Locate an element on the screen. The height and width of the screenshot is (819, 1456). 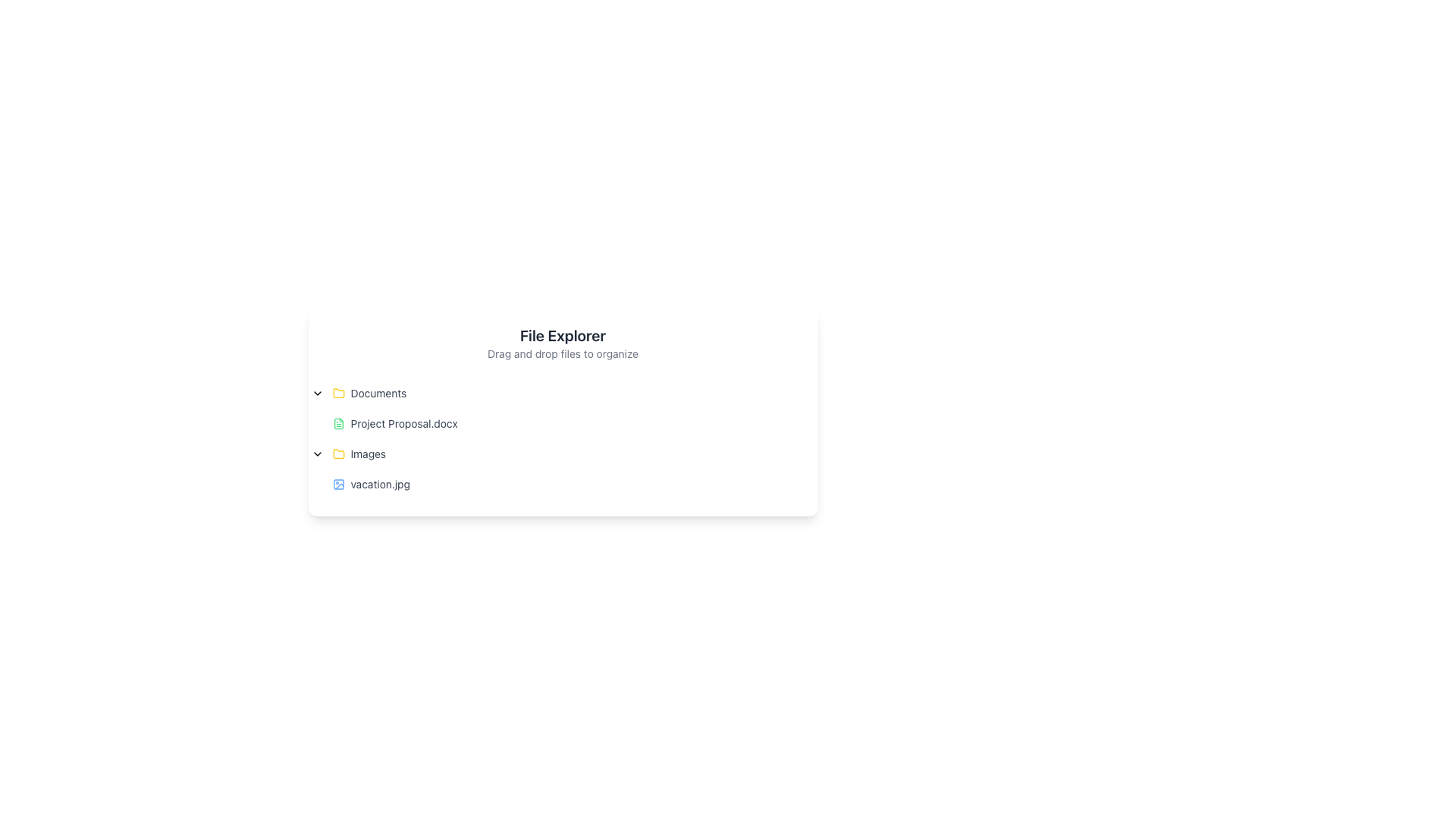
the static text label displaying 'Project Proposal.docx', which is styled with a small font size and gray color, and is located immediately to the right of a green file icon in the file explorer interface is located at coordinates (404, 424).